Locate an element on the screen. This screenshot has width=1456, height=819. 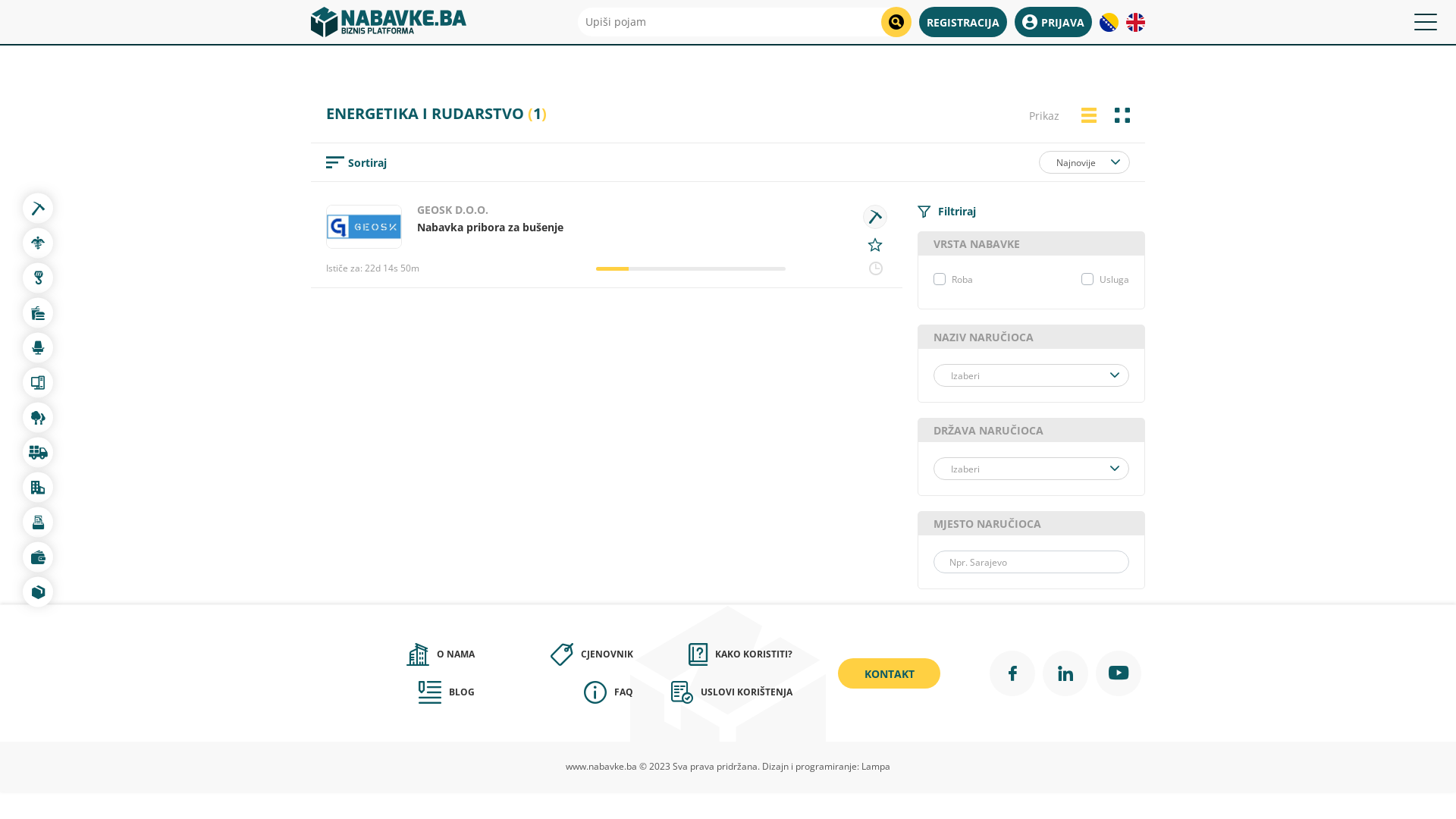
'nabavke.ba' is located at coordinates (388, 22).